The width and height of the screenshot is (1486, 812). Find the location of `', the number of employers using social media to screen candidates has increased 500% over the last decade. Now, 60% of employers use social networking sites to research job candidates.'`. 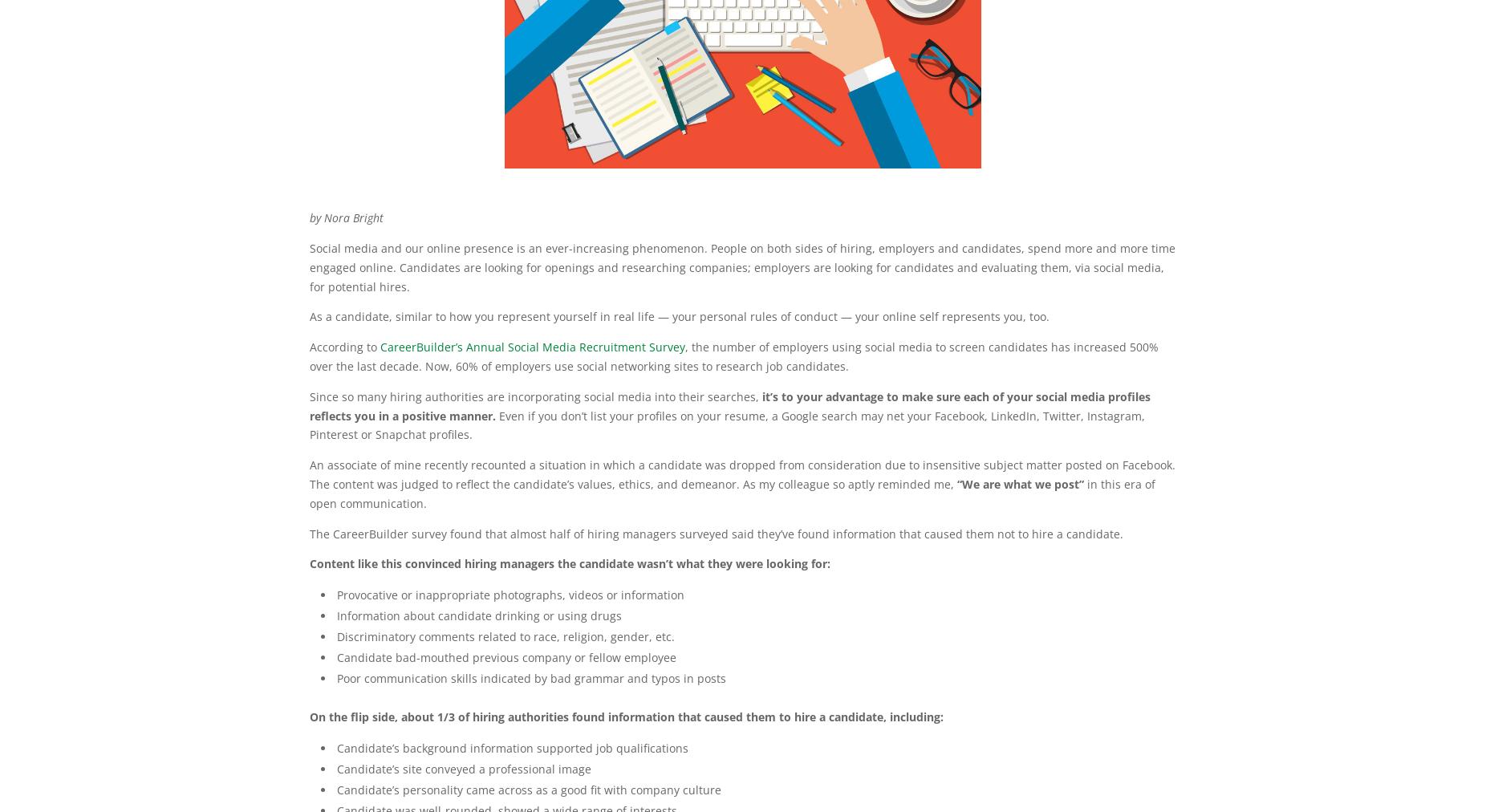

', the number of employers using social media to screen candidates has increased 500% over the last decade. Now, 60% of employers use social networking sites to research job candidates.' is located at coordinates (734, 356).